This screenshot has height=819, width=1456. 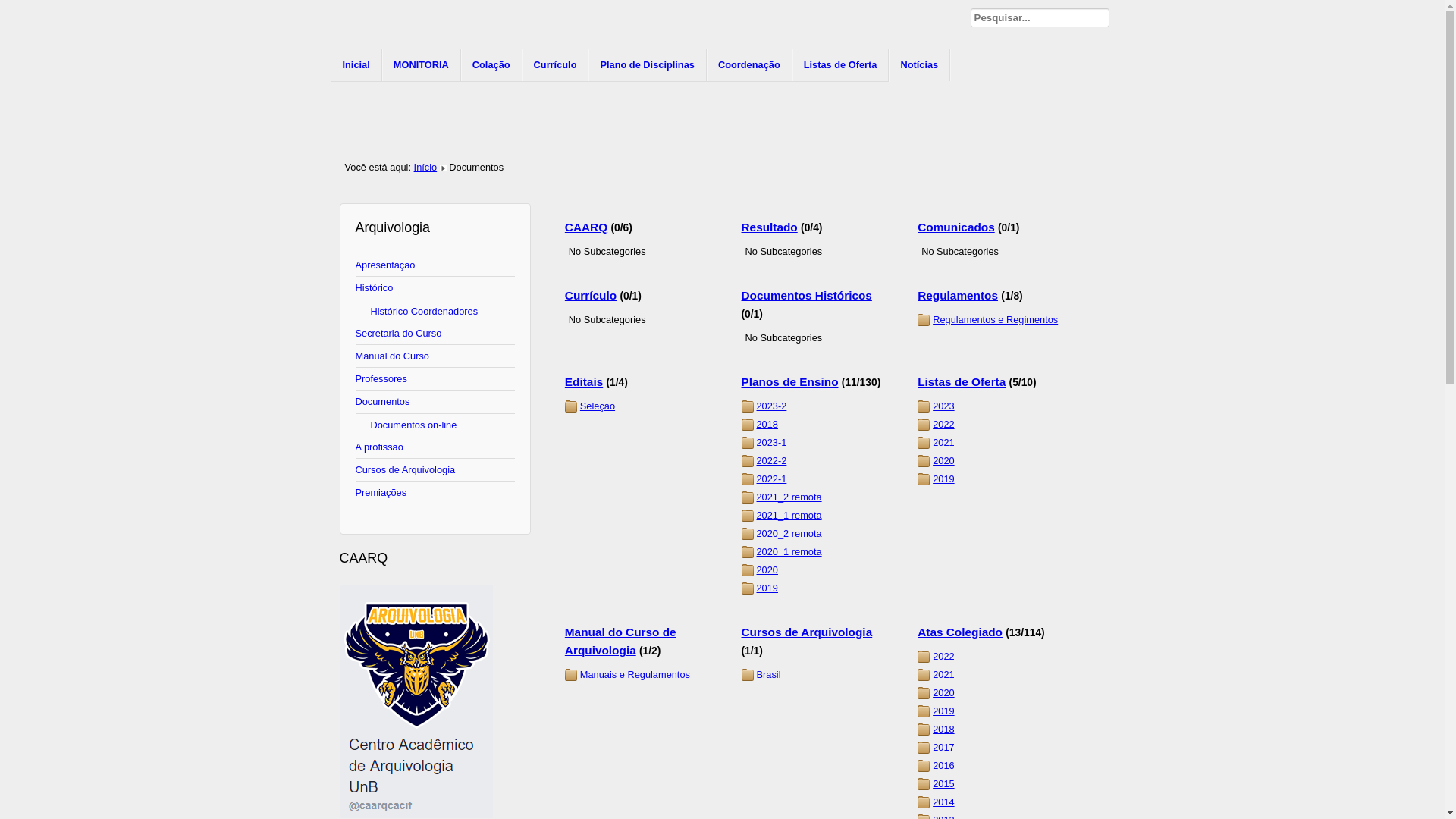 What do you see at coordinates (771, 442) in the screenshot?
I see `'2023-1'` at bounding box center [771, 442].